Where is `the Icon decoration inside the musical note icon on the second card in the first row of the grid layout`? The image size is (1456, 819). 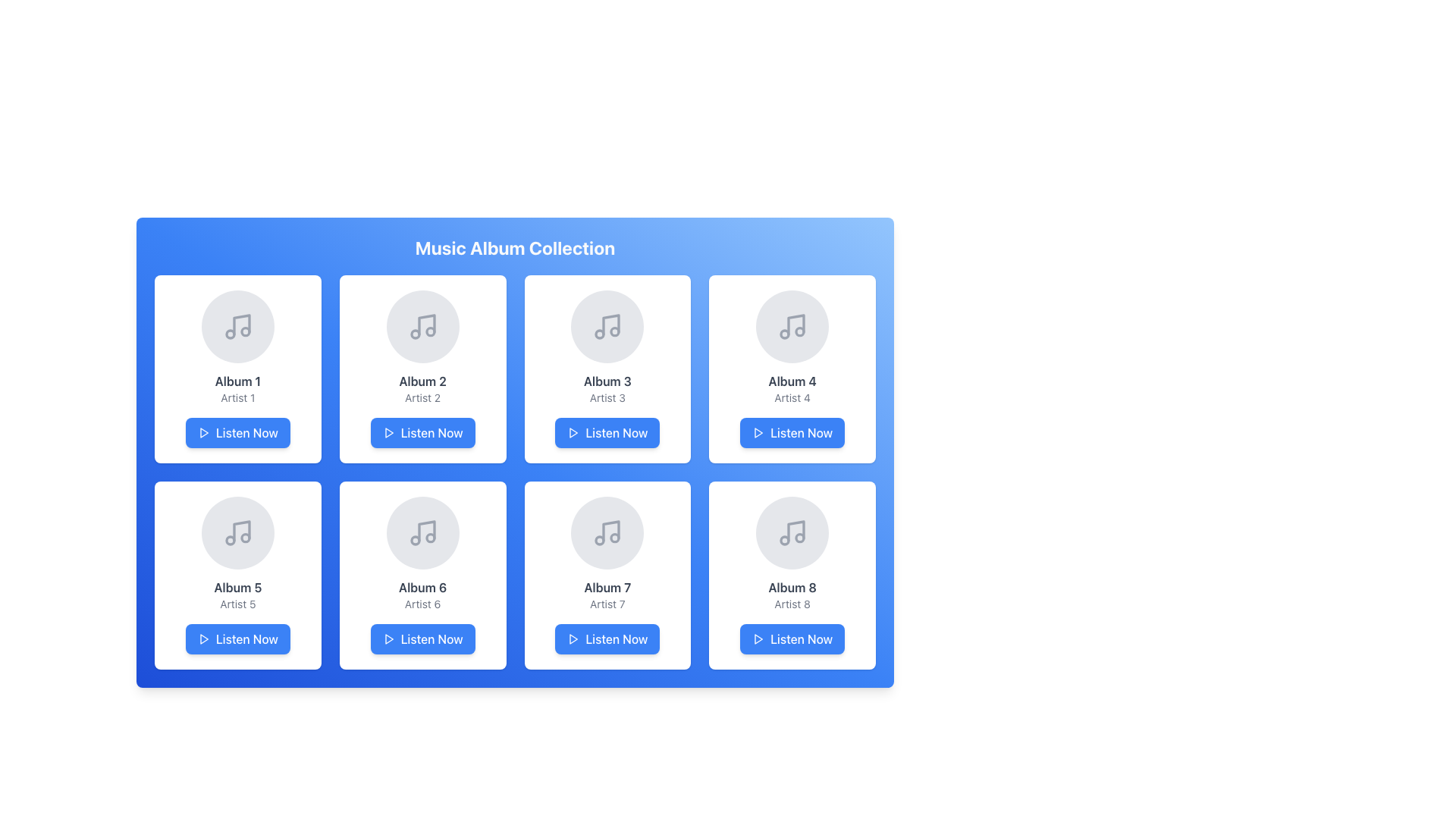
the Icon decoration inside the musical note icon on the second card in the first row of the grid layout is located at coordinates (415, 333).